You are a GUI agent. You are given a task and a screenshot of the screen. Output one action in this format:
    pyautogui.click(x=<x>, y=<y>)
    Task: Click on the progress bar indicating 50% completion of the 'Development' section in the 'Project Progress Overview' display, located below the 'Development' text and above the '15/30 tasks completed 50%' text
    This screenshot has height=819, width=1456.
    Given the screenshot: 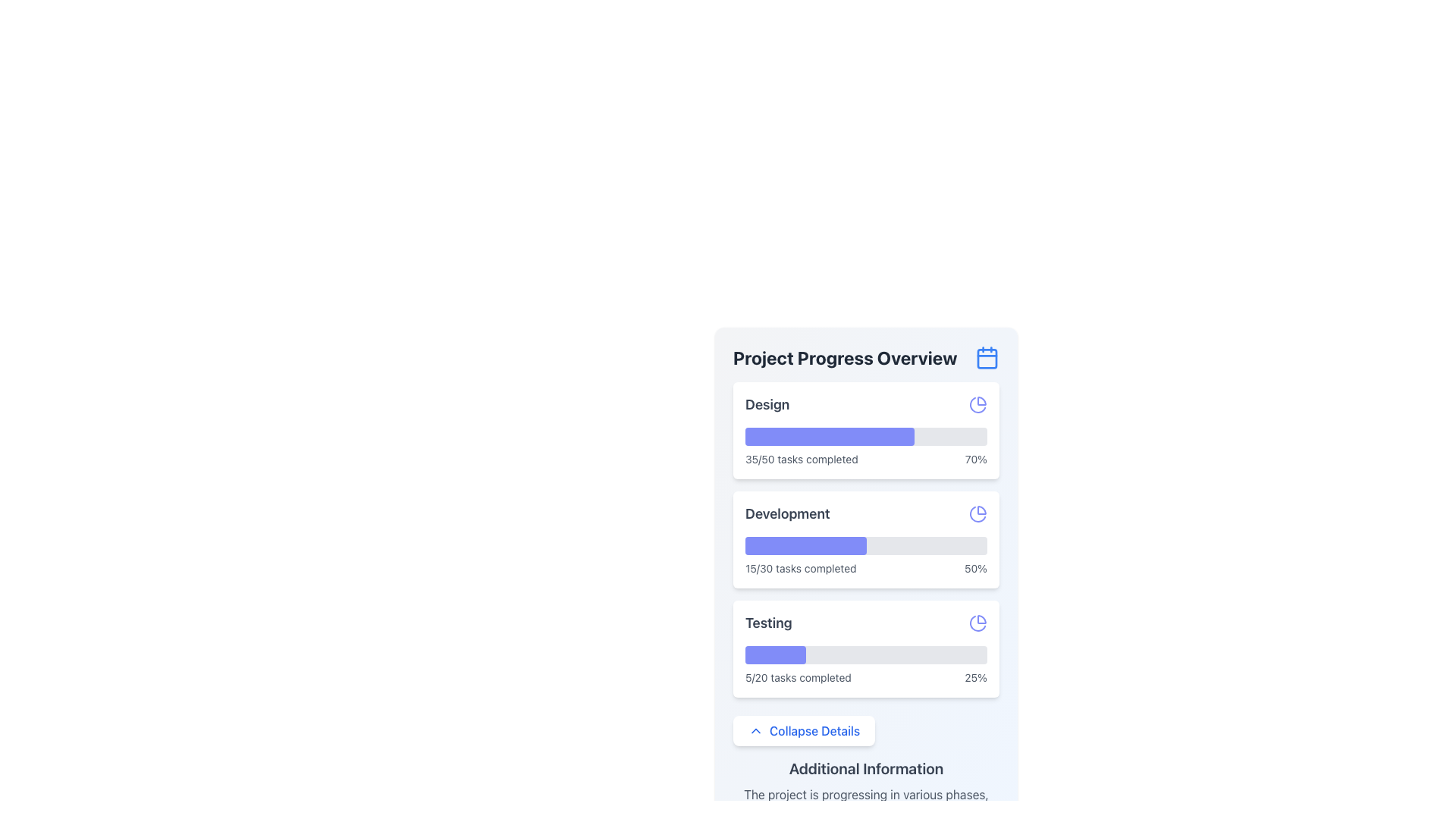 What is the action you would take?
    pyautogui.click(x=866, y=546)
    